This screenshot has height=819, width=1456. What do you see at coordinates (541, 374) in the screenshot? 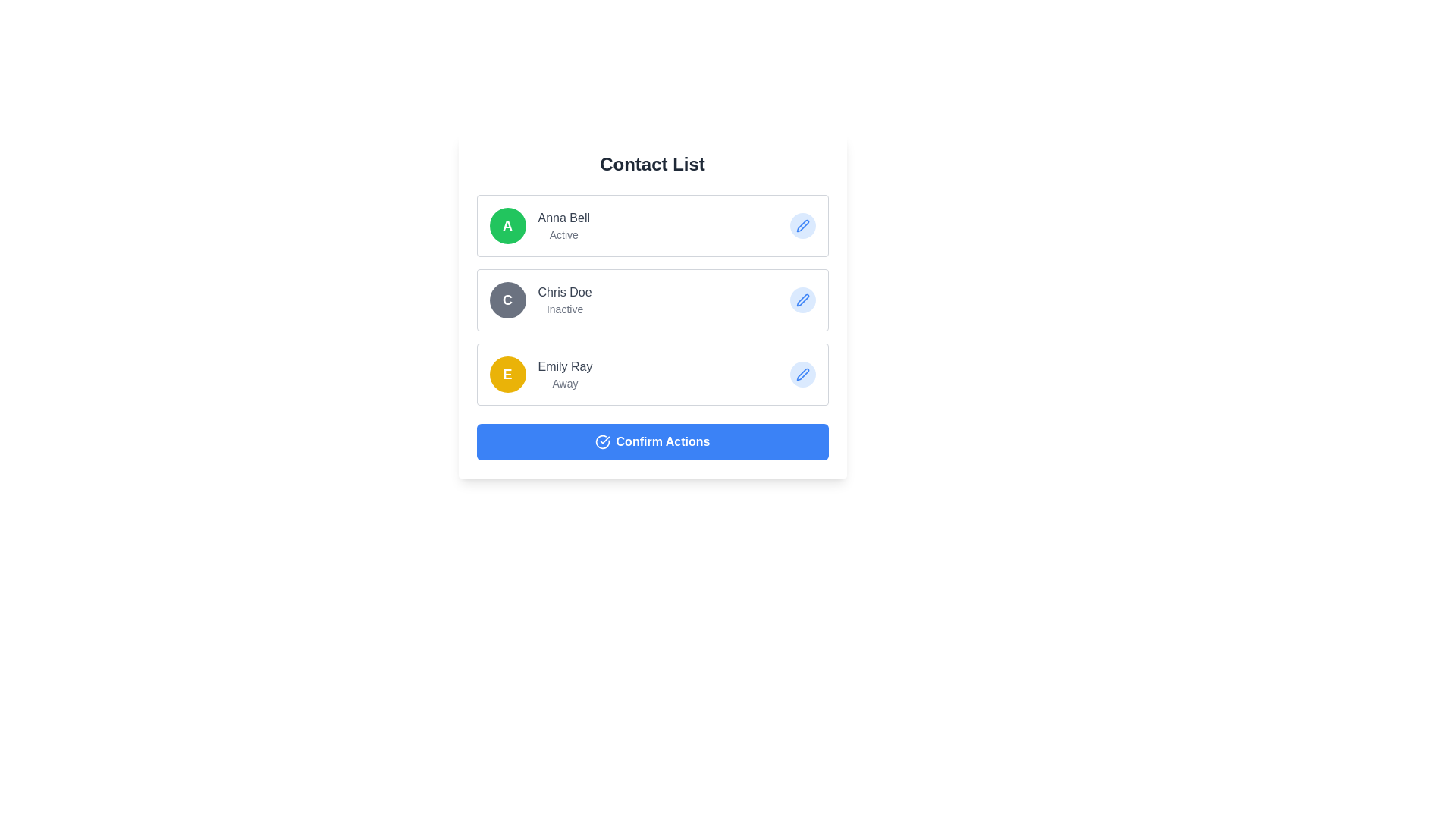
I see `the list item representing 'Emily Ray', which features a yellow circular icon with a white 'E' and text displaying 'Emily Ray' and 'away'` at bounding box center [541, 374].